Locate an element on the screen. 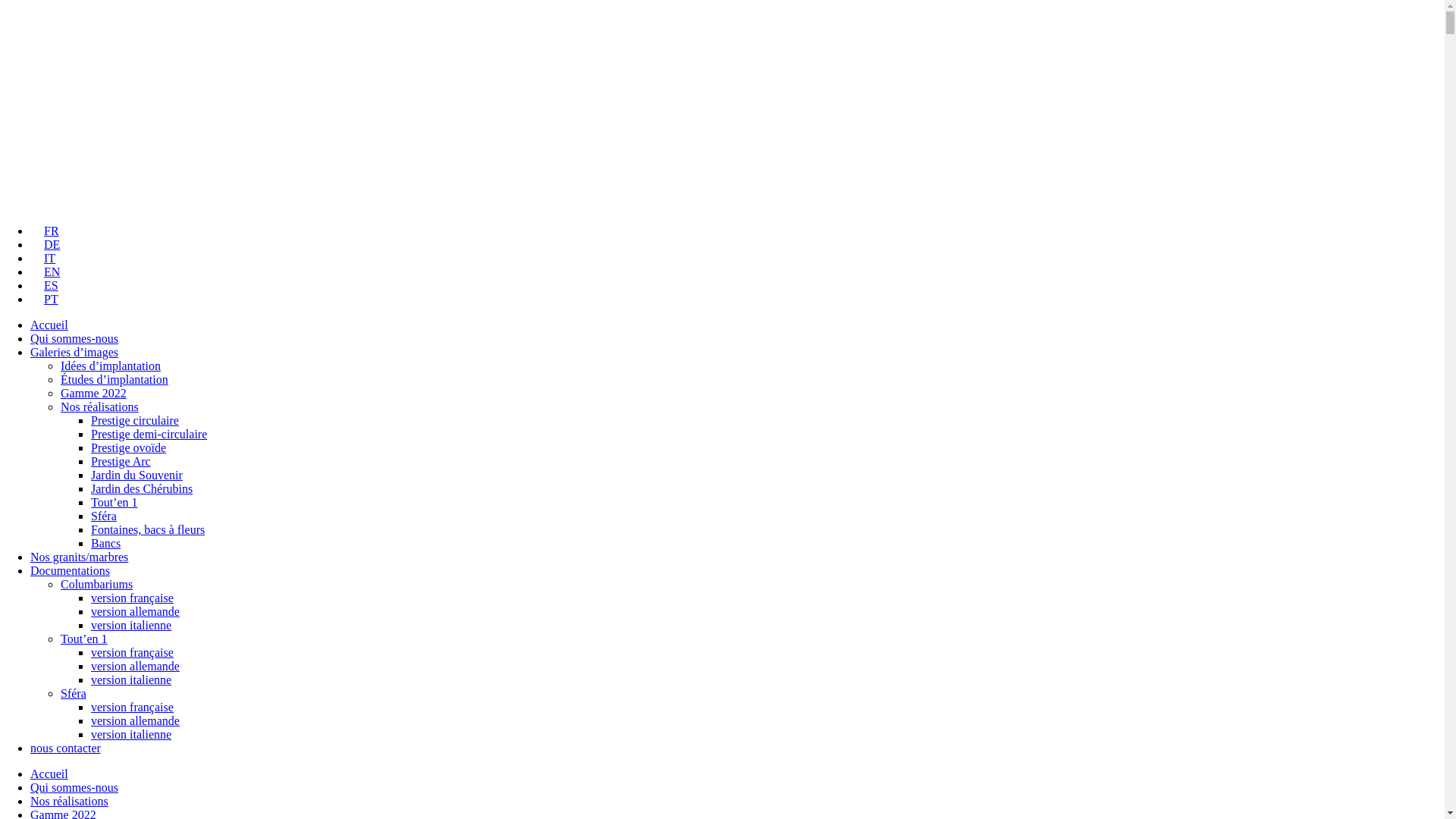 The width and height of the screenshot is (1456, 819). 'Gamme 2022' is located at coordinates (93, 392).